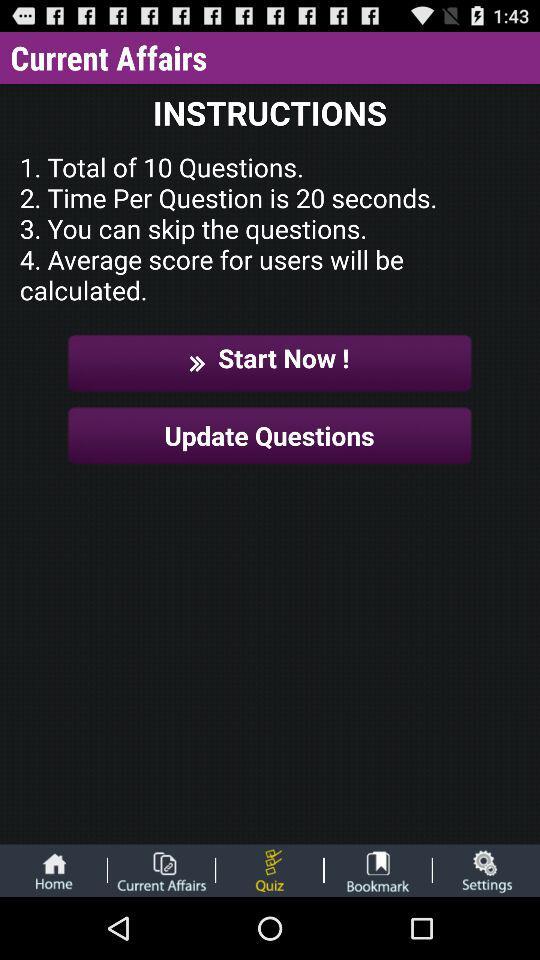 This screenshot has height=960, width=540. What do you see at coordinates (269, 435) in the screenshot?
I see `the update questions item` at bounding box center [269, 435].